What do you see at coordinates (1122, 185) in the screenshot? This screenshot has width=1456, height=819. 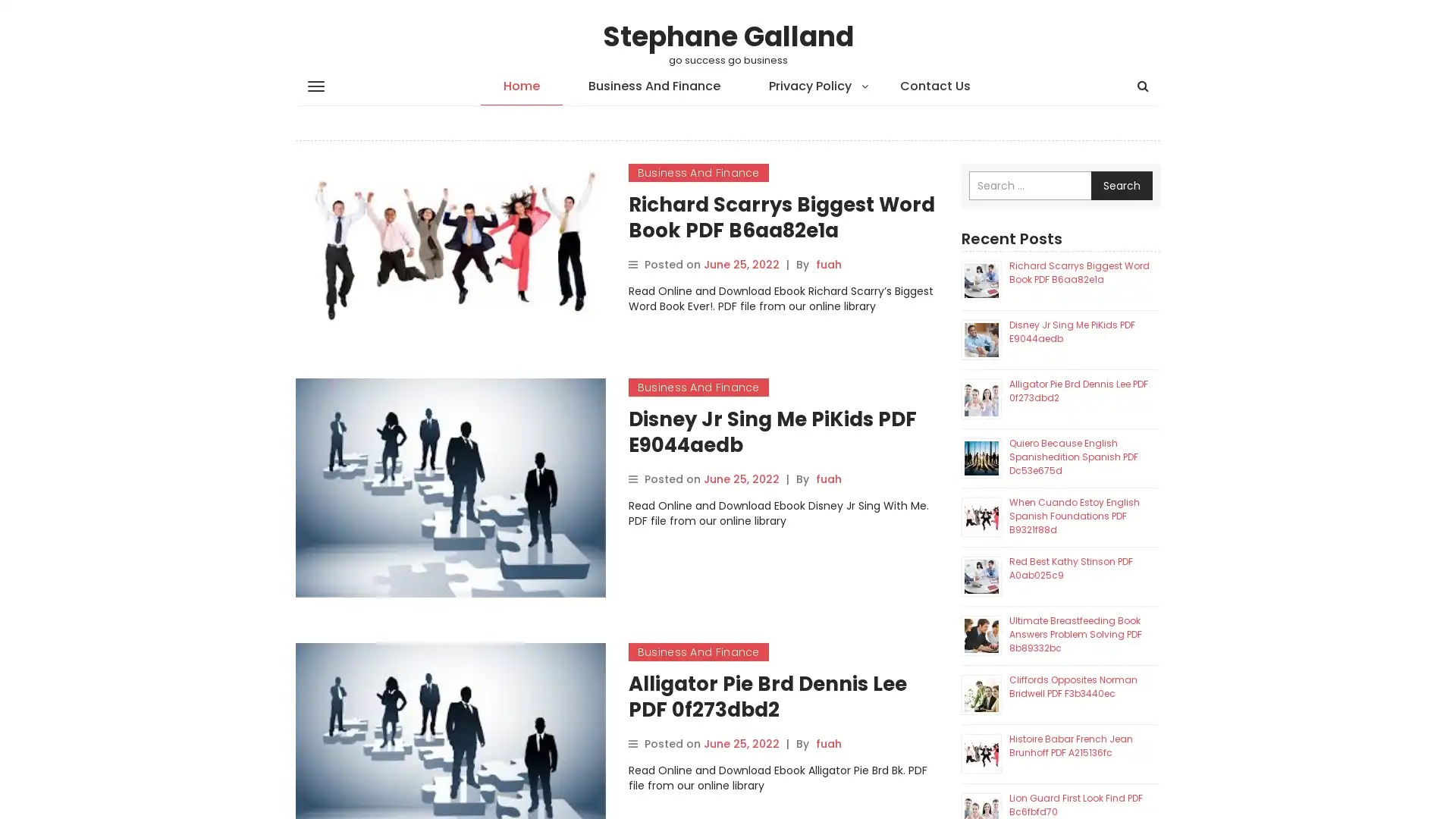 I see `Search` at bounding box center [1122, 185].